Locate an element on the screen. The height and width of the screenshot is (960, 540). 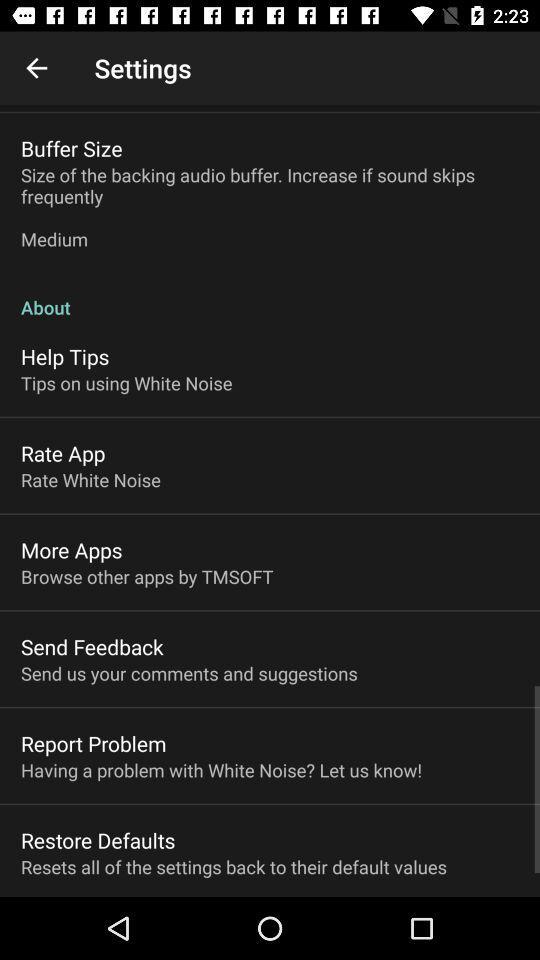
item above browse other apps icon is located at coordinates (70, 550).